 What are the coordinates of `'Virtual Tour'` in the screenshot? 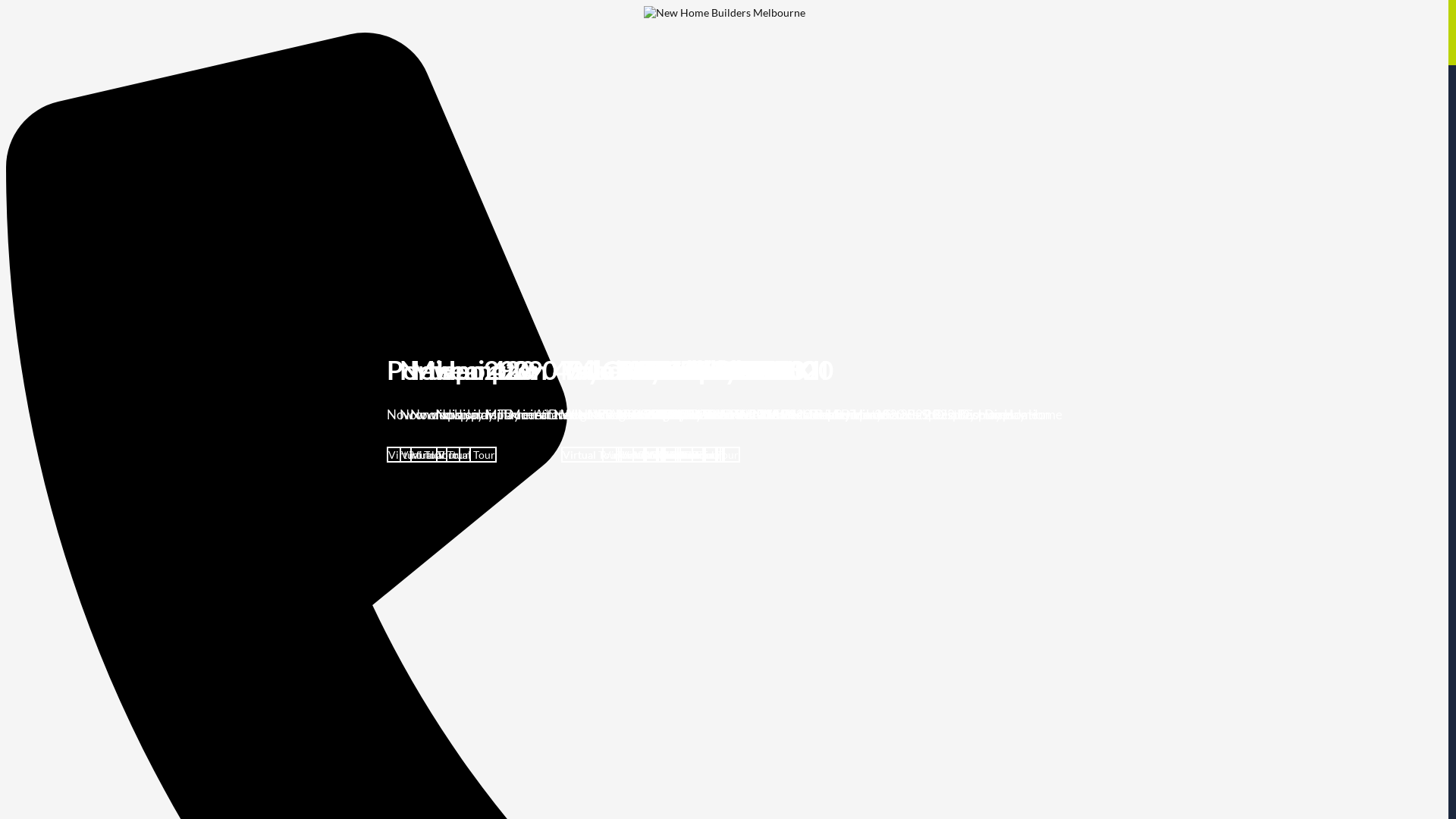 It's located at (417, 453).